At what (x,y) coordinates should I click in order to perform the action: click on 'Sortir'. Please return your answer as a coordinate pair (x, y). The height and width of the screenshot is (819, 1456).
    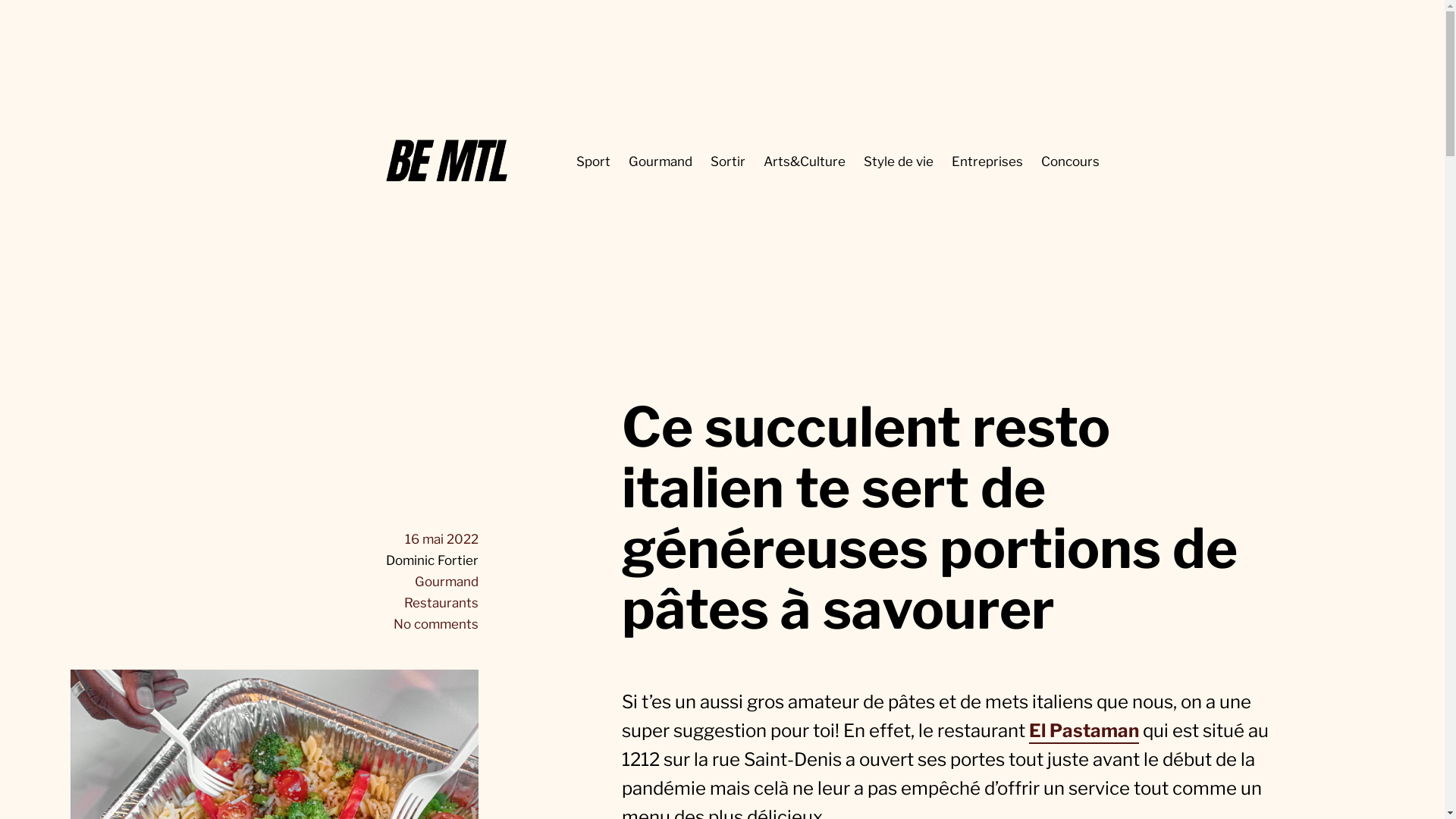
    Looking at the image, I should click on (728, 161).